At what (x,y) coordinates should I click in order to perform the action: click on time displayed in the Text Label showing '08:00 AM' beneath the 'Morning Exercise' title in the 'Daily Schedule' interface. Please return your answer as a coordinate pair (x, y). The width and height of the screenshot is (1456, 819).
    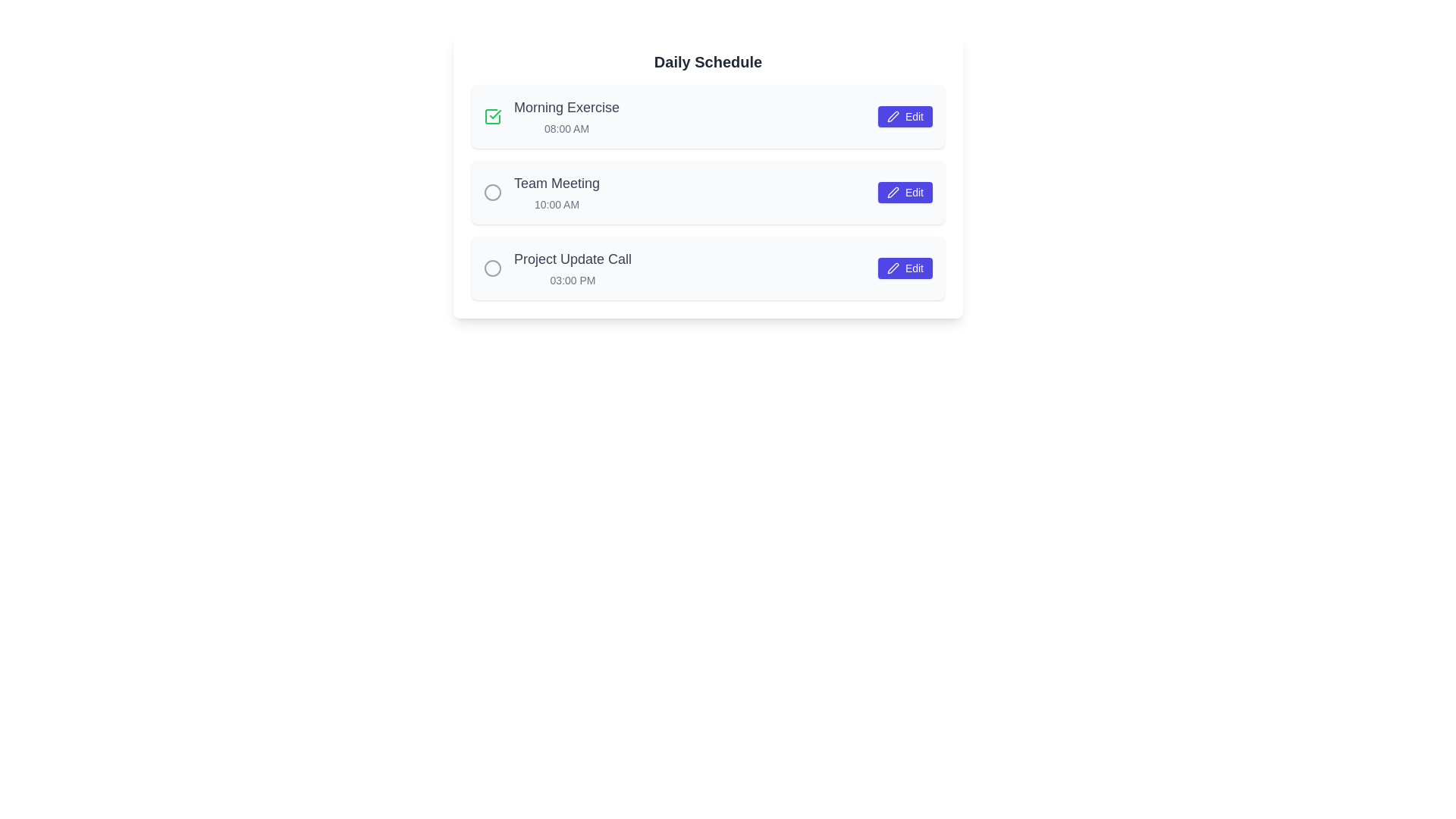
    Looking at the image, I should click on (566, 127).